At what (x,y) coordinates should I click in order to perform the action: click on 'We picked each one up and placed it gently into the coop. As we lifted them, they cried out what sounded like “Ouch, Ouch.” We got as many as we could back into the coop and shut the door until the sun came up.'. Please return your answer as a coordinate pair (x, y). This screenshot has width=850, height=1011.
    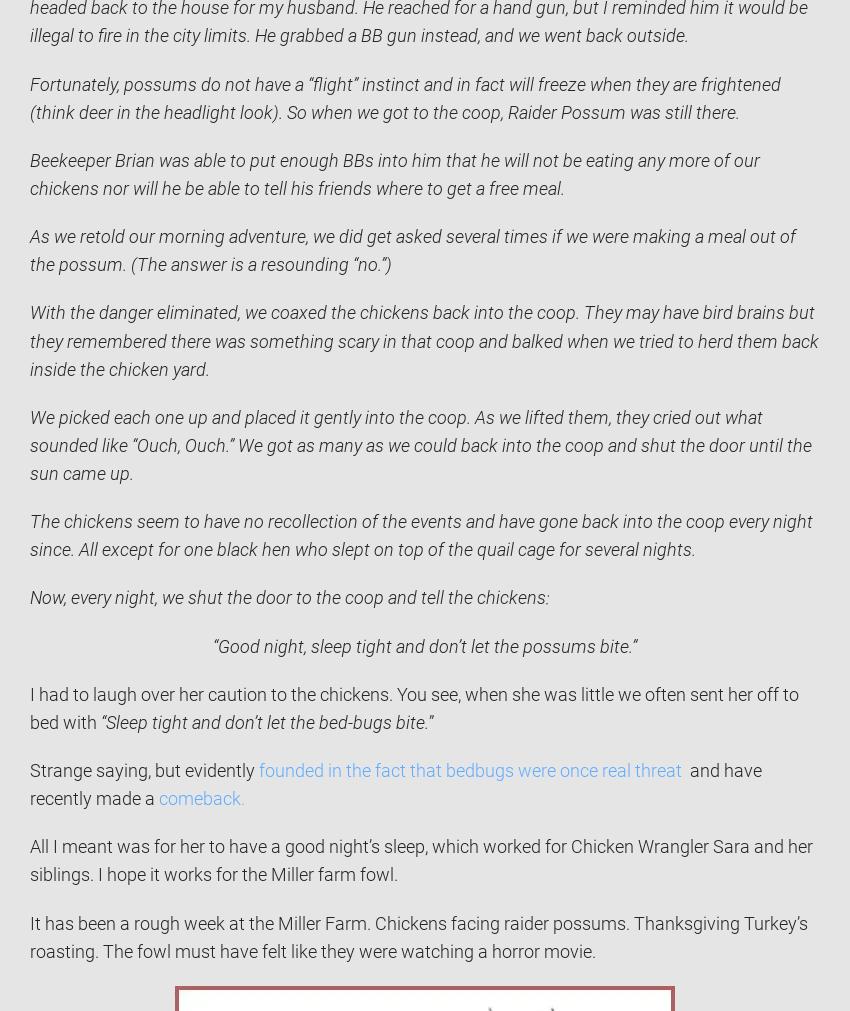
    Looking at the image, I should click on (421, 444).